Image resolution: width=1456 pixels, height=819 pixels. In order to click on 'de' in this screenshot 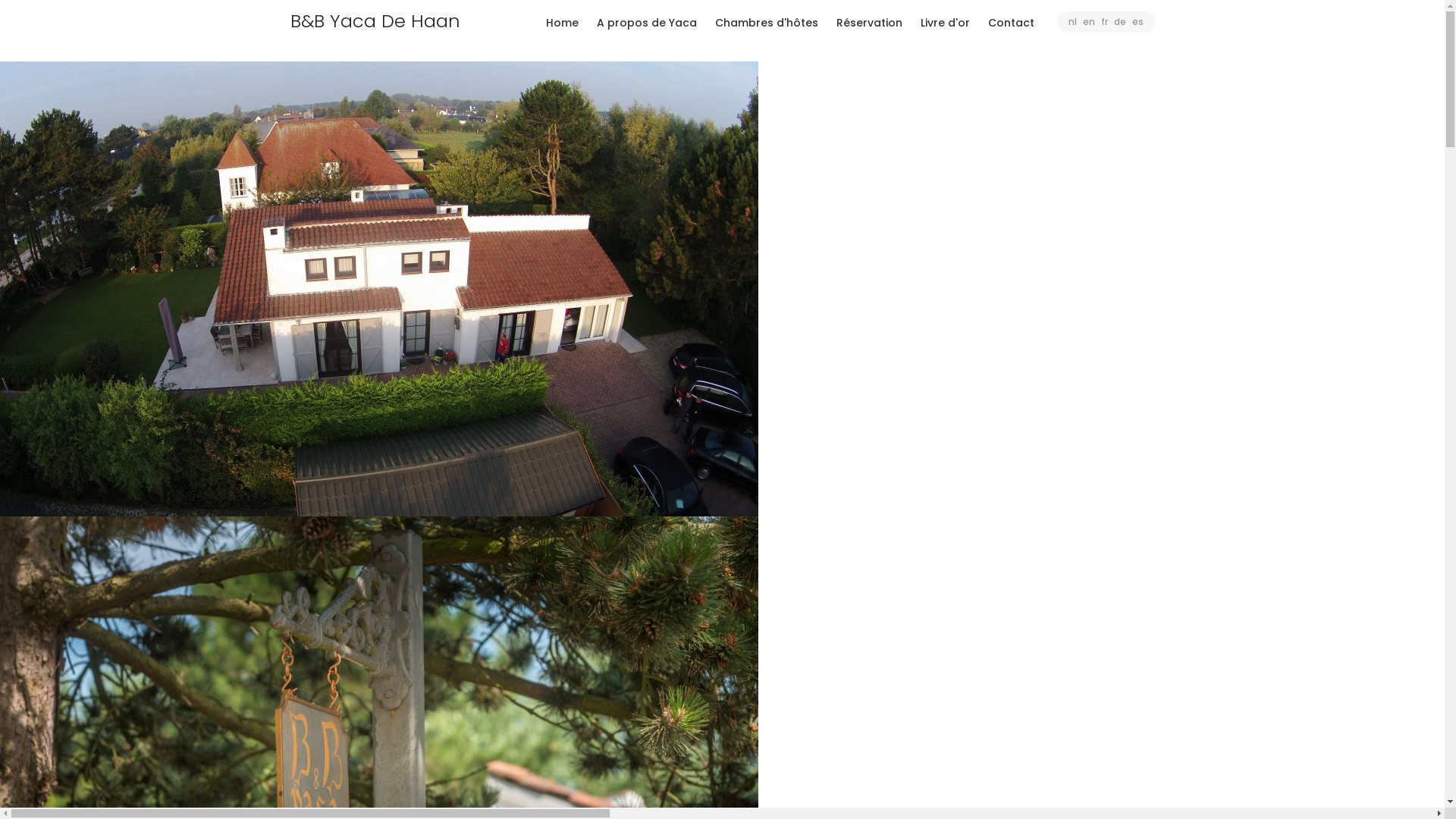, I will do `click(1119, 21)`.